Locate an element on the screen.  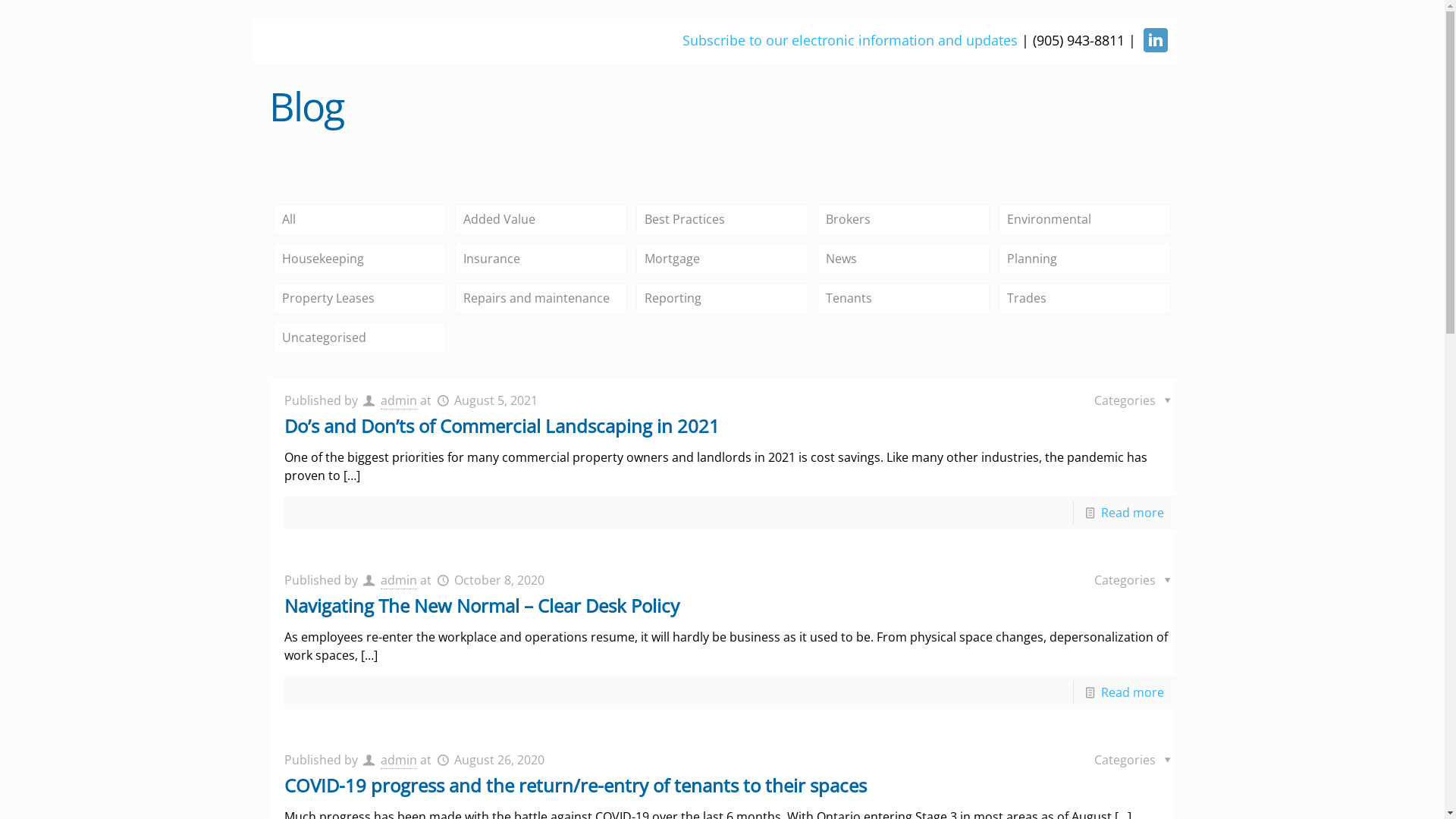
'Environmental' is located at coordinates (1084, 219).